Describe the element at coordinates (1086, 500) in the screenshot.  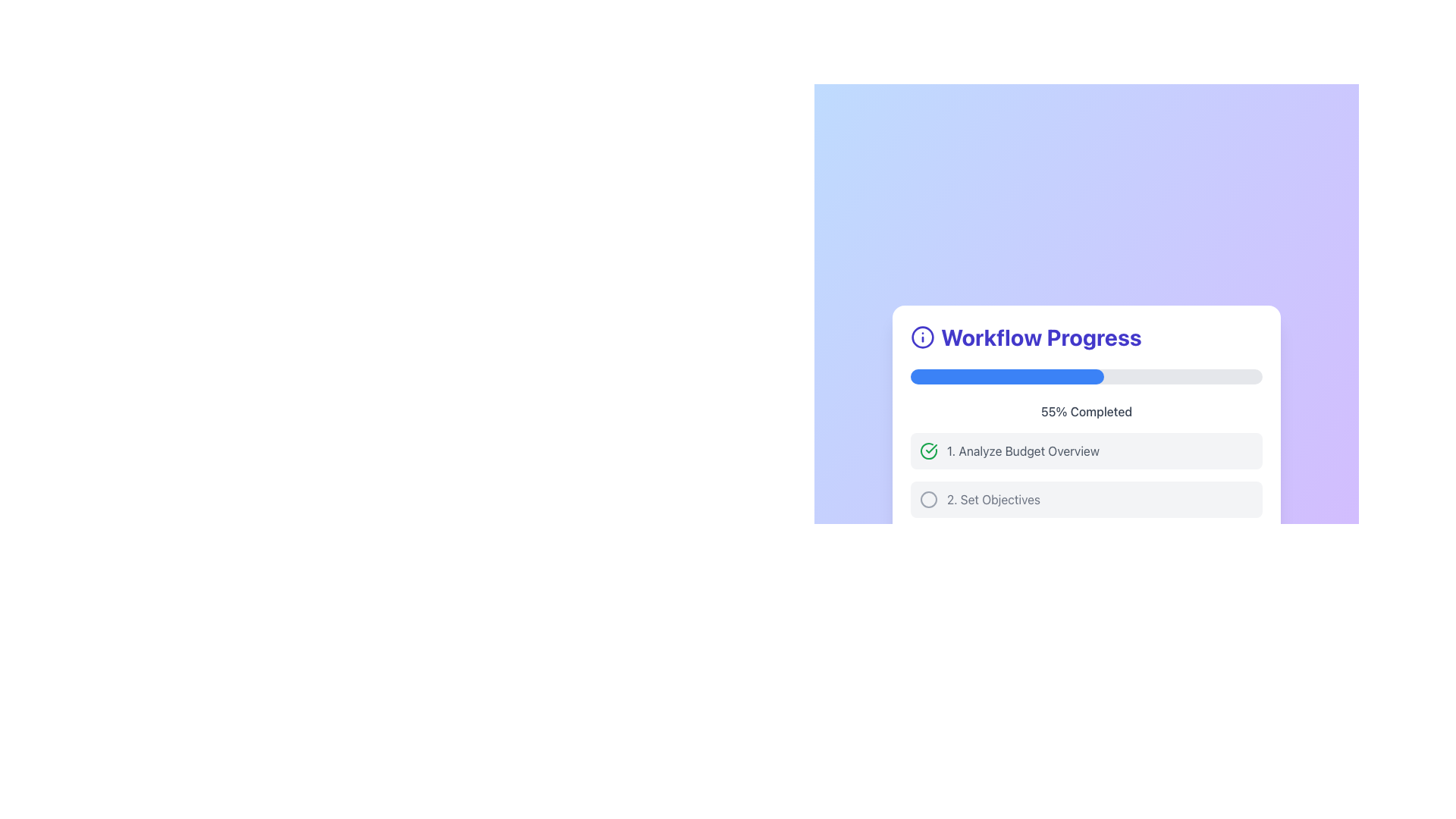
I see `the list item element titled 'Set Objectives', which is the second entry in the vertical sequence of steps within the workflow progress list` at that location.